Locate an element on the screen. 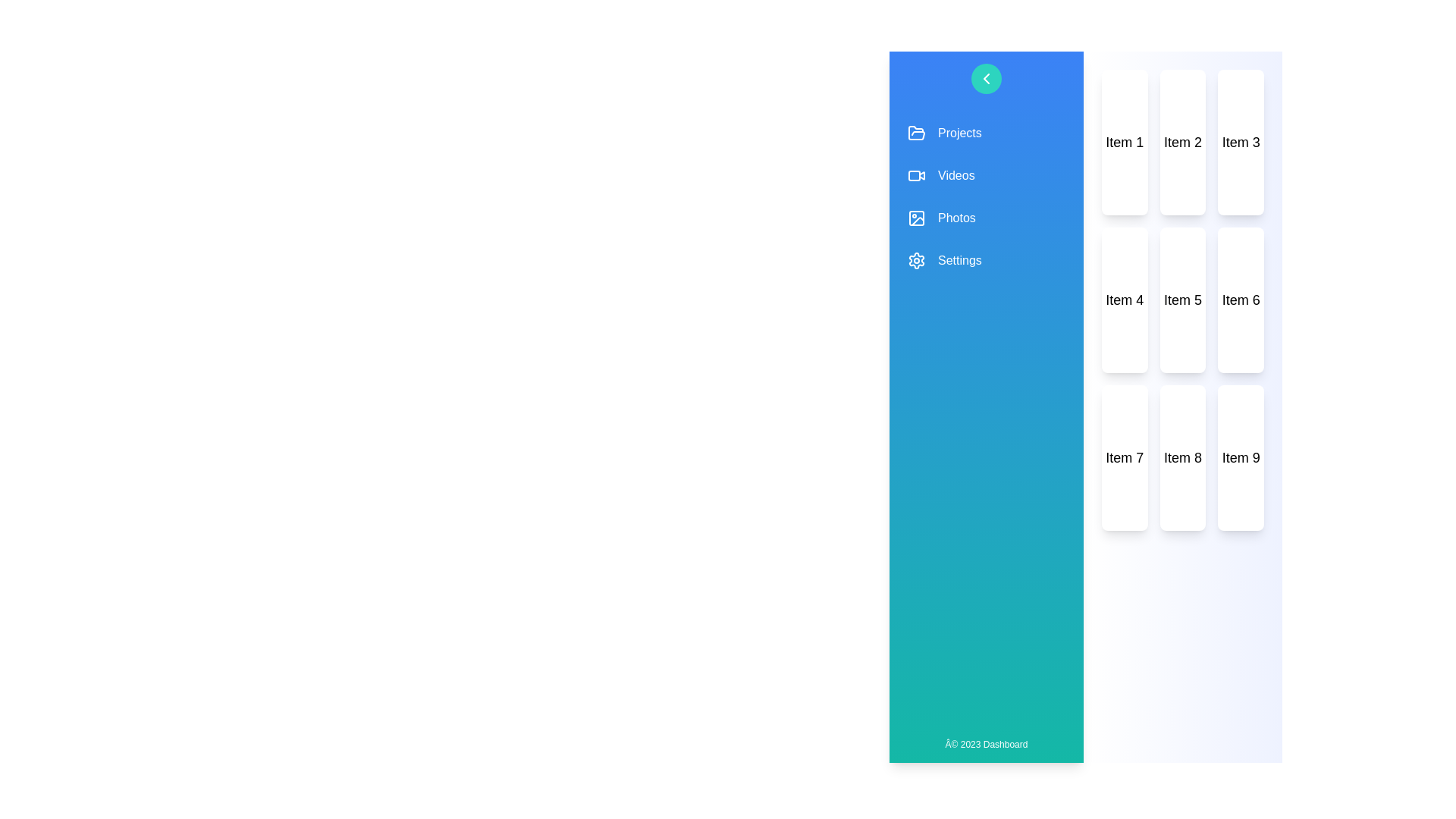 The width and height of the screenshot is (1456, 819). the sidebar menu item labeled Photos is located at coordinates (986, 218).